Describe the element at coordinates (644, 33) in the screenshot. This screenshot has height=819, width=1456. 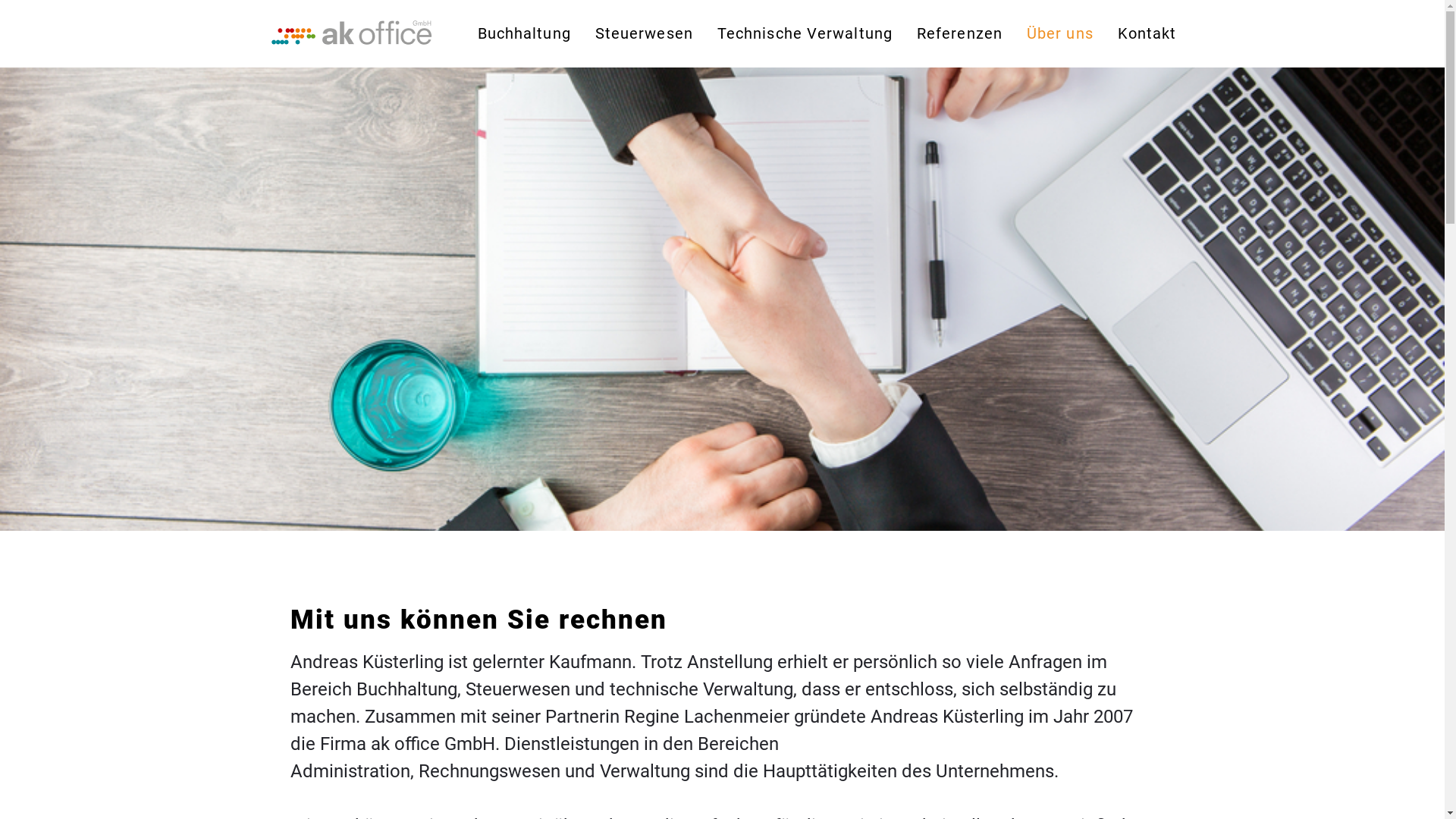
I see `'Steuerwesen'` at that location.